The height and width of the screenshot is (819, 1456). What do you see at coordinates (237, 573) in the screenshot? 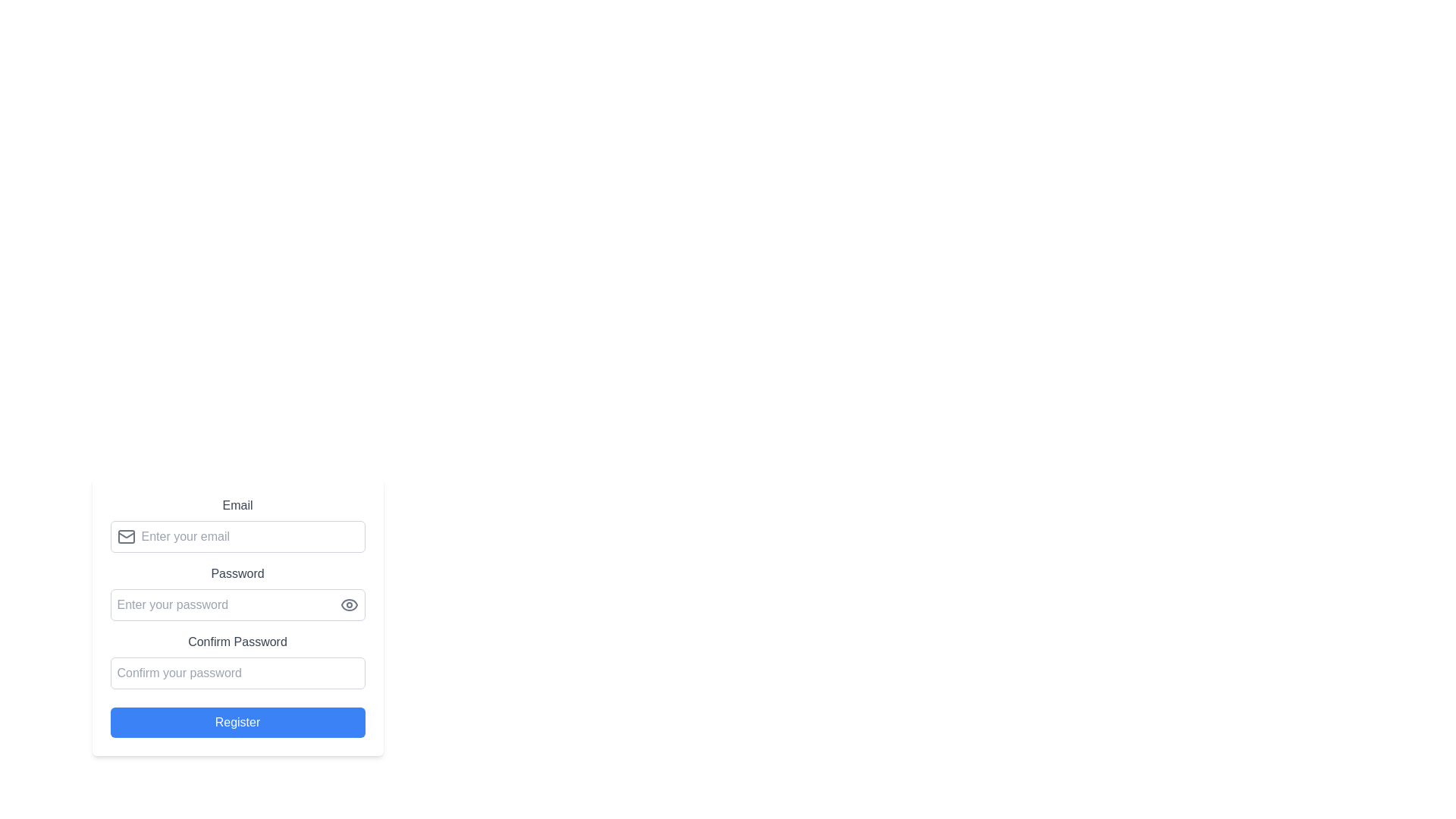
I see `'Password' text label which is displayed in bold, dark gray font above the password input box` at bounding box center [237, 573].